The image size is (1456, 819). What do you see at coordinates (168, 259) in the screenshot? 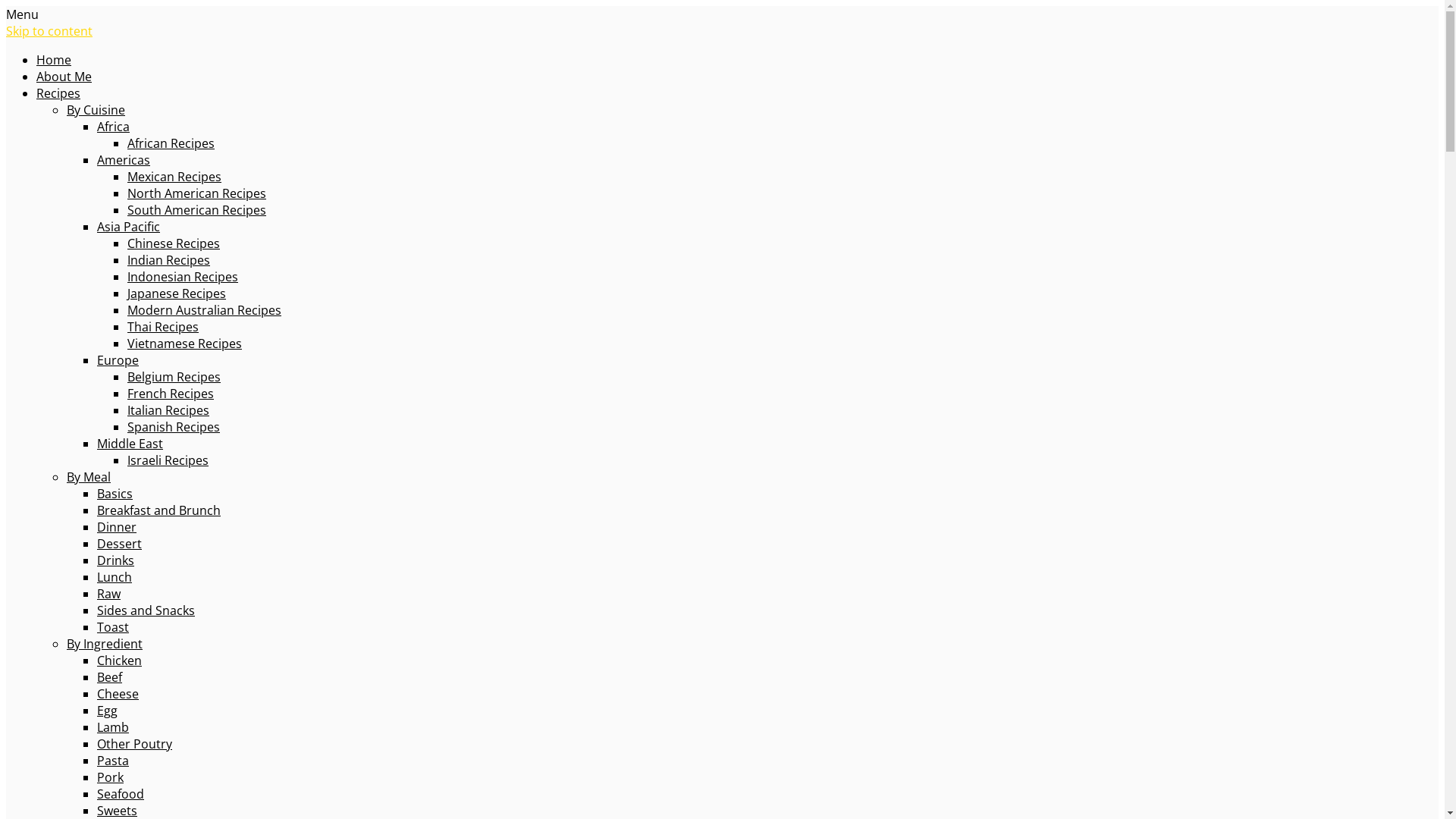
I see `'Indian Recipes'` at bounding box center [168, 259].